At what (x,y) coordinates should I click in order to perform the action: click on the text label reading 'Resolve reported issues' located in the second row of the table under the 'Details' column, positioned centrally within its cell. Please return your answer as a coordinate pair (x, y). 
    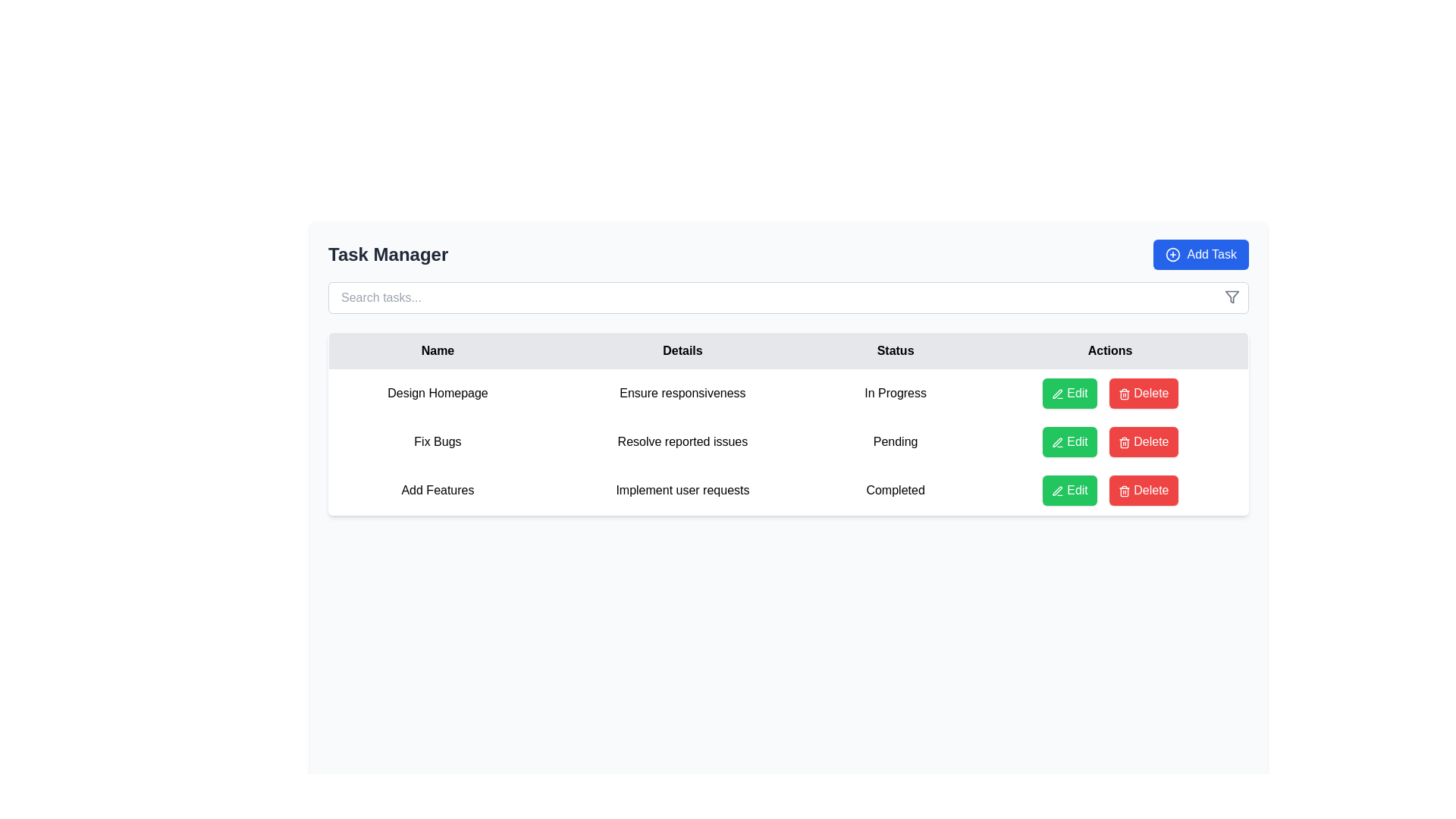
    Looking at the image, I should click on (682, 441).